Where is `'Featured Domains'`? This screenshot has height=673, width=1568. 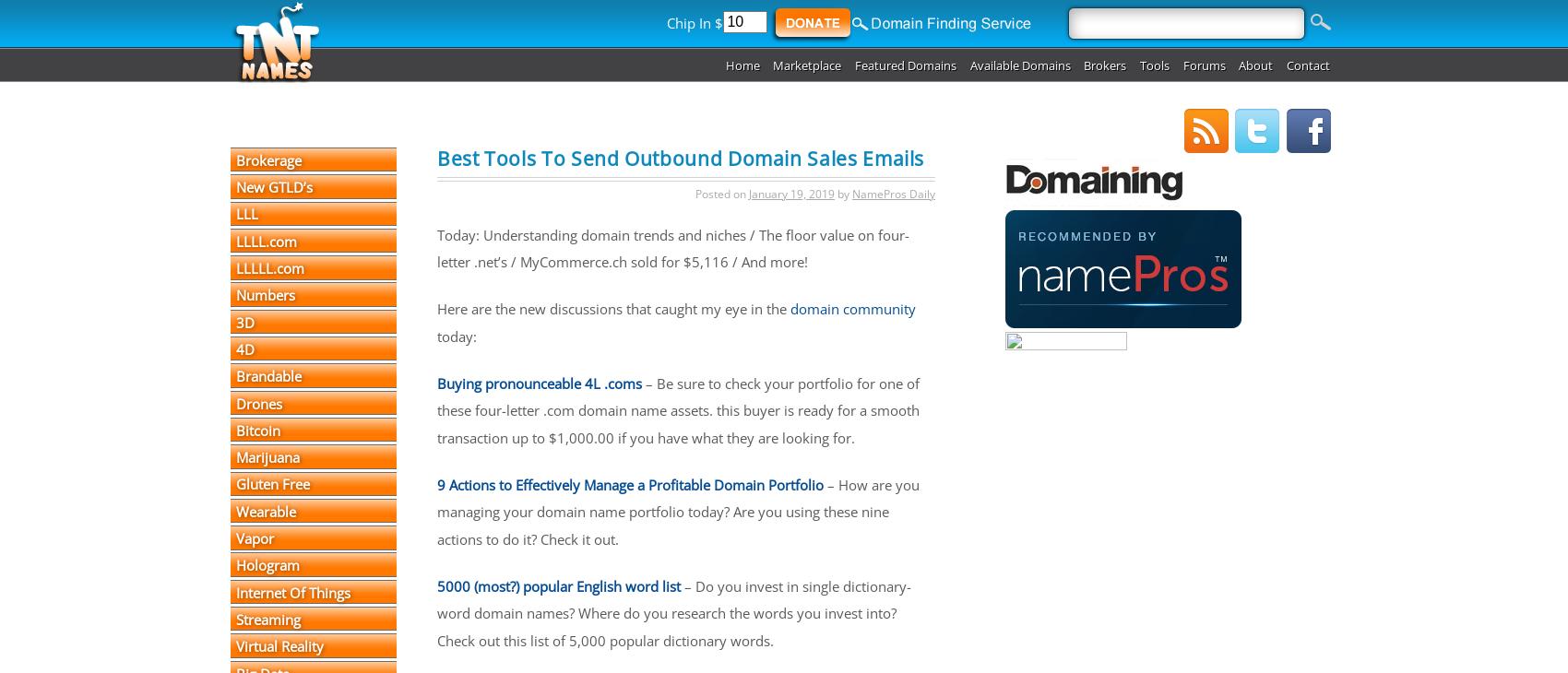 'Featured Domains' is located at coordinates (904, 64).